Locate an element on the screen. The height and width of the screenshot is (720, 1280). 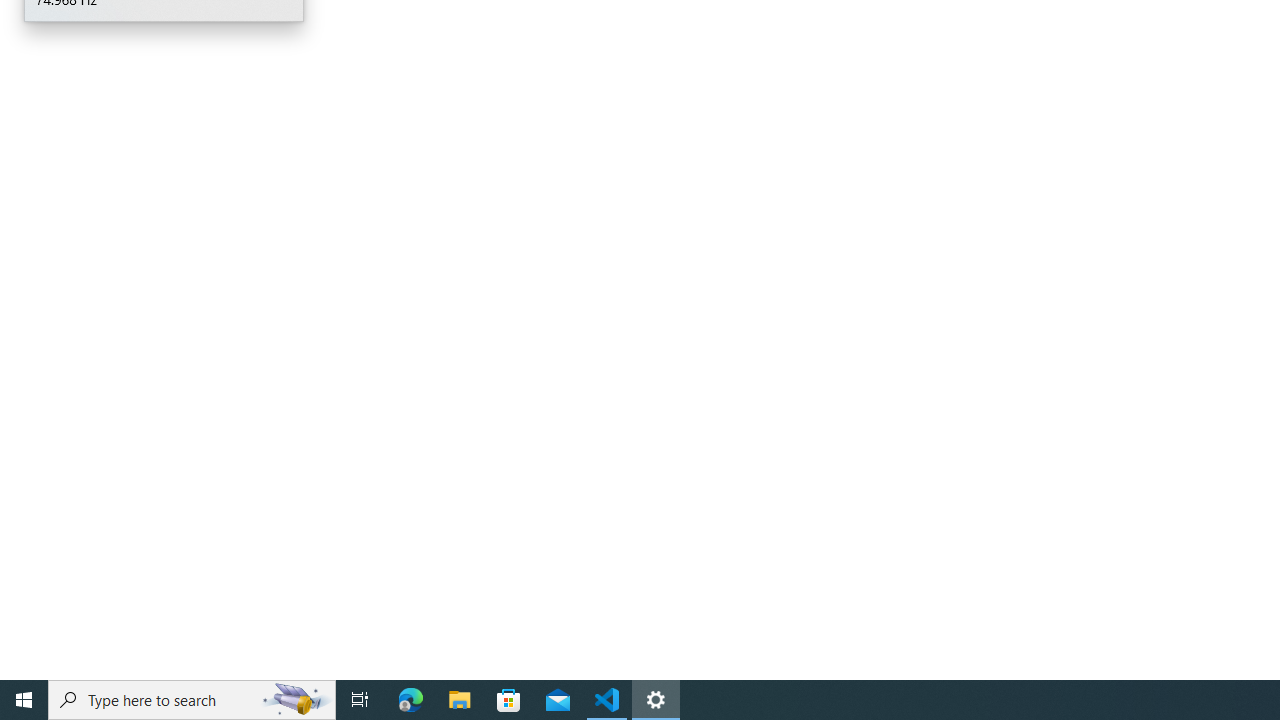
'Type here to search' is located at coordinates (192, 698).